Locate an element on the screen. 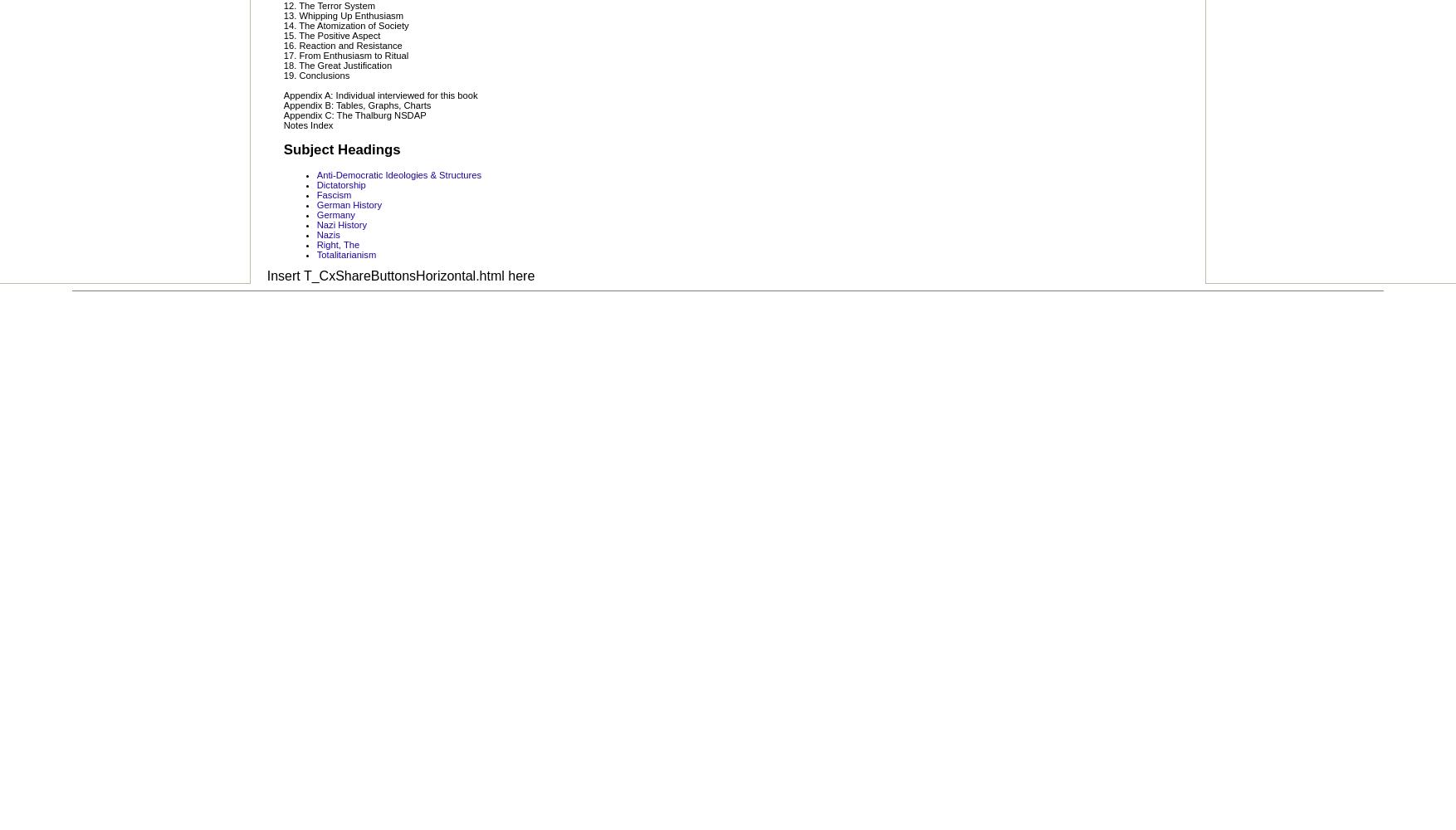 The height and width of the screenshot is (830, 1456). 'Appendix C:  The Thalburg NSDAP' is located at coordinates (354, 115).